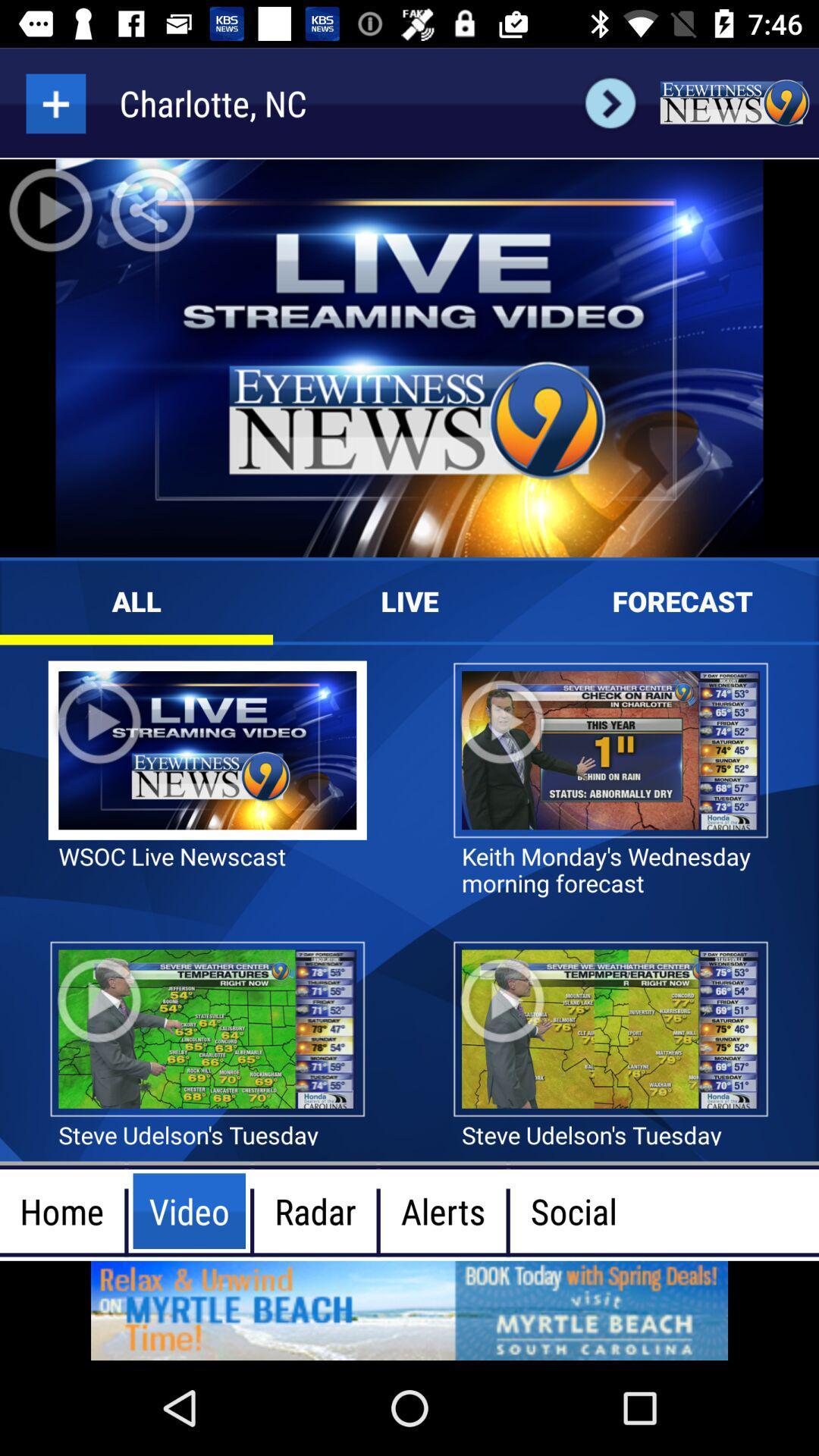 The width and height of the screenshot is (819, 1456). What do you see at coordinates (733, 102) in the screenshot?
I see `news` at bounding box center [733, 102].